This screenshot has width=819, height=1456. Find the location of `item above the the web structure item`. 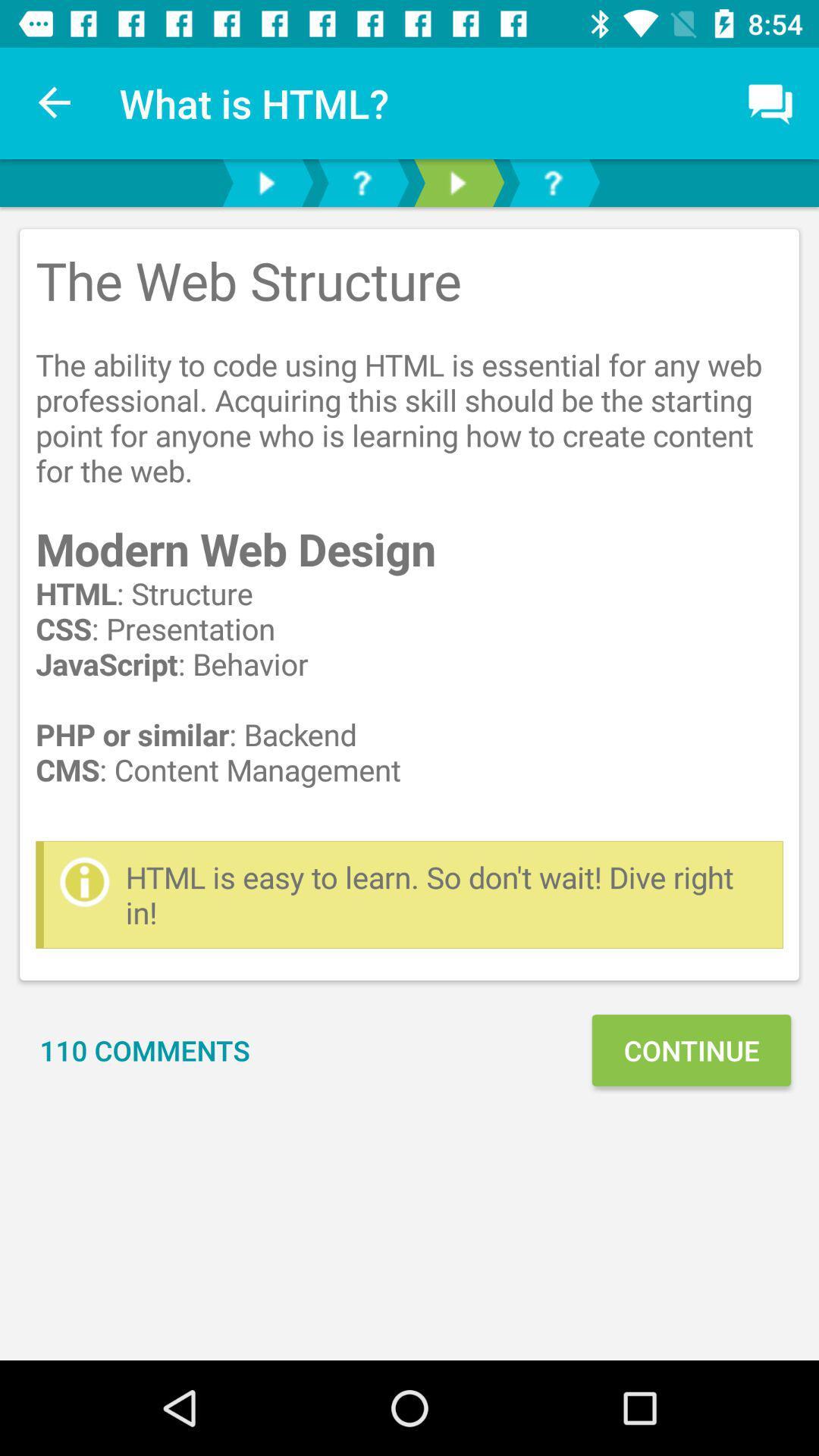

item above the the web structure item is located at coordinates (771, 102).